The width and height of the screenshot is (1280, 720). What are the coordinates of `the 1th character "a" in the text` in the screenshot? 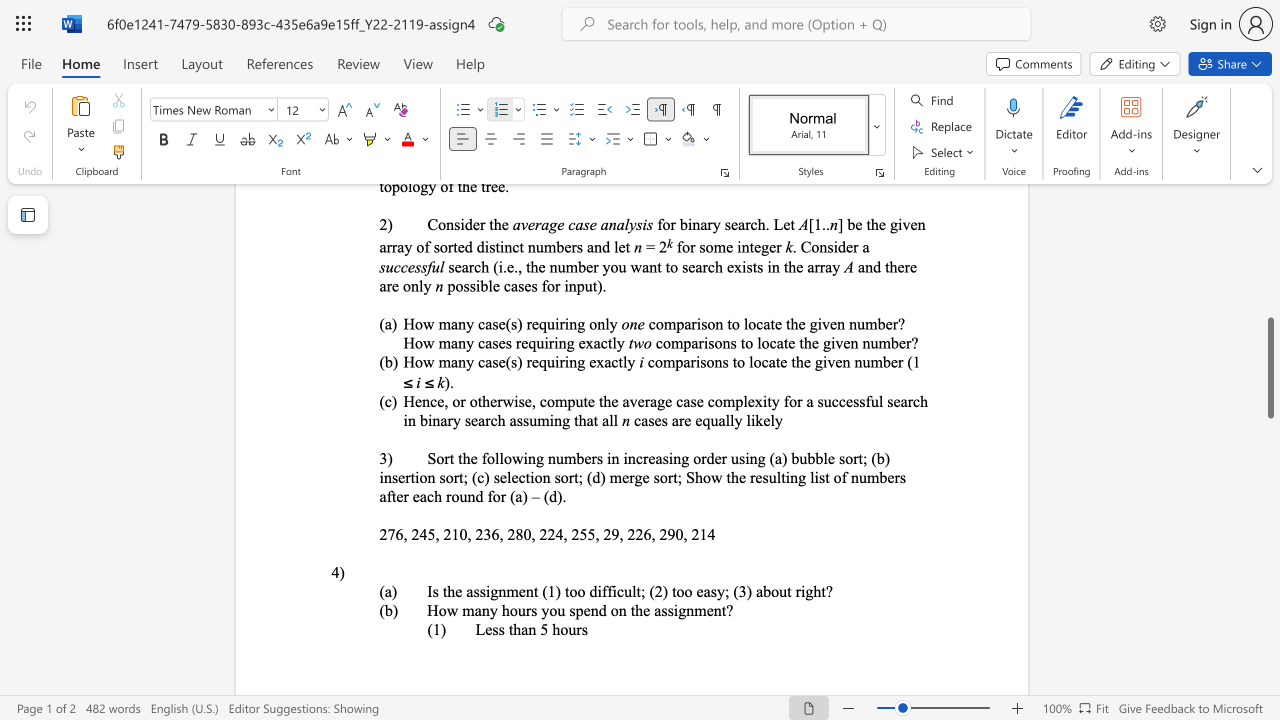 It's located at (524, 628).